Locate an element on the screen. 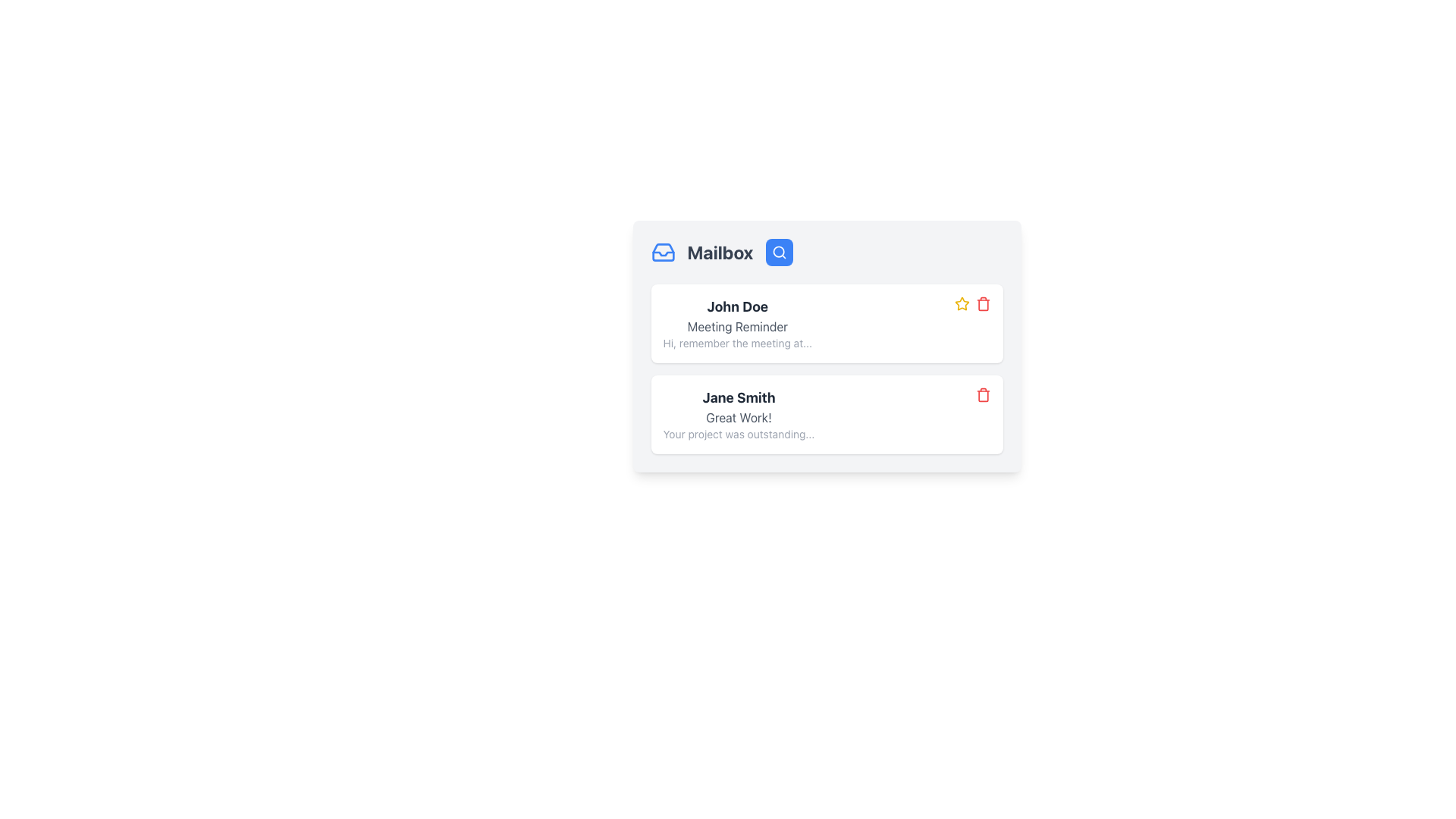 The image size is (1456, 819). the icon graphic resembling a mailbox located near the top-left corner of the UI, next to the 'Mailbox' label is located at coordinates (663, 253).